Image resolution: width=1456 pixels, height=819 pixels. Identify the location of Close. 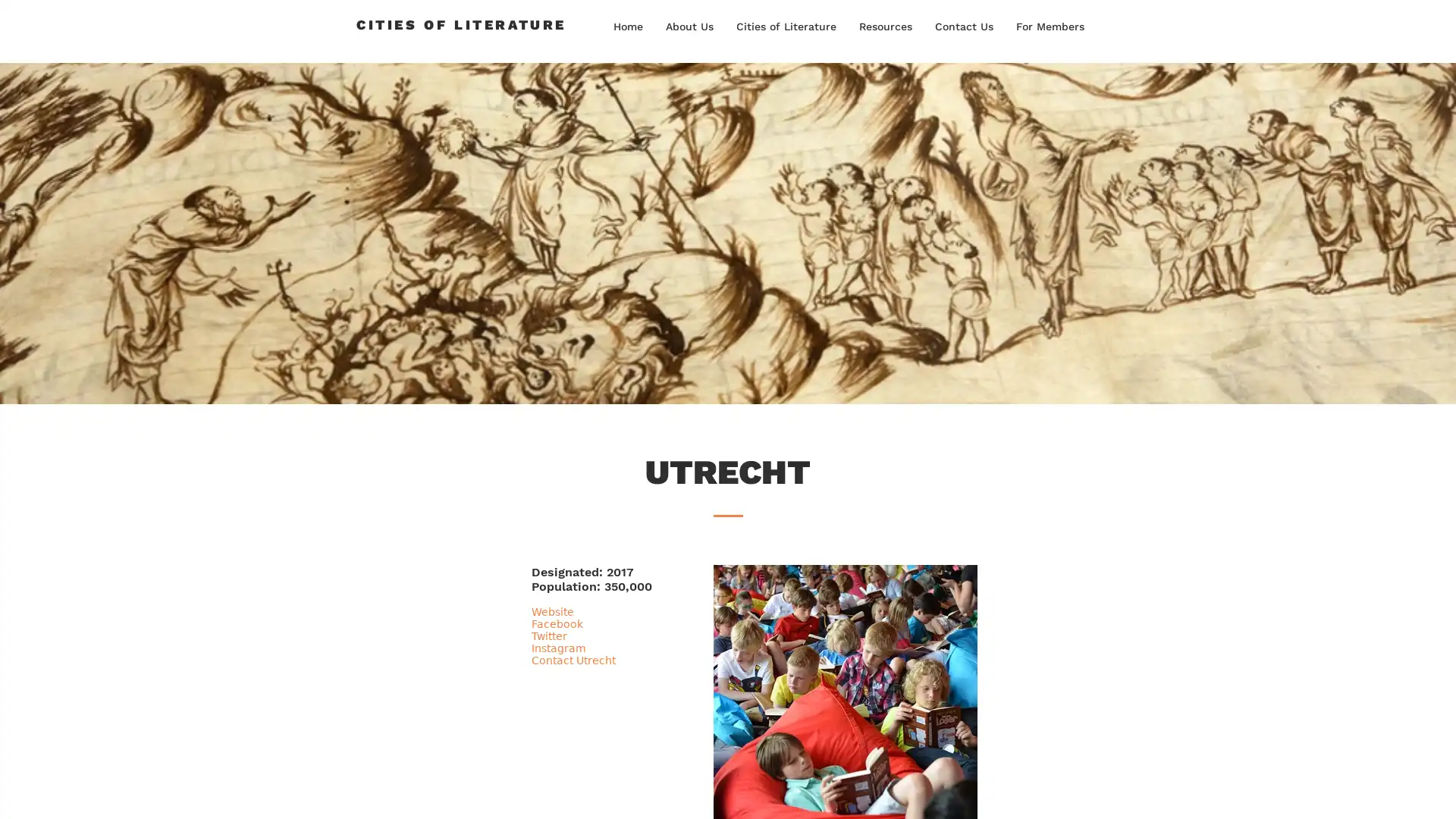
(1437, 792).